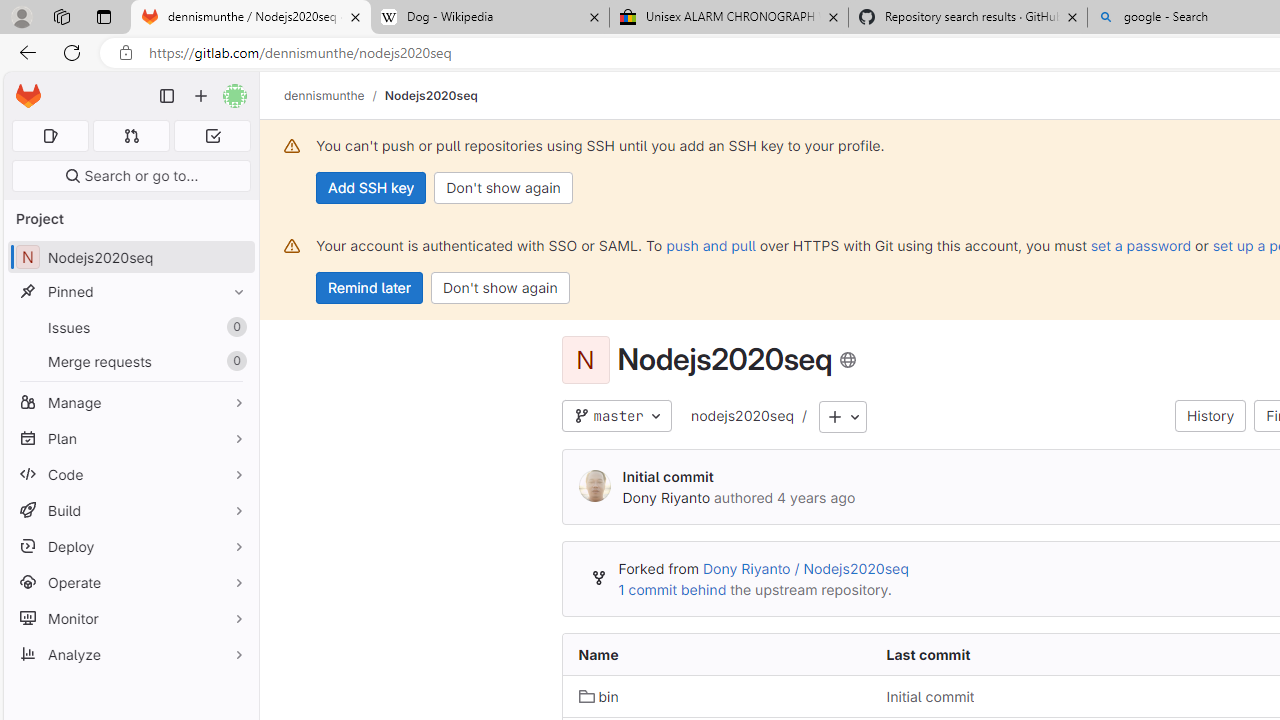 The width and height of the screenshot is (1280, 720). Describe the element at coordinates (740, 416) in the screenshot. I see `'nodejs2020seq'` at that location.